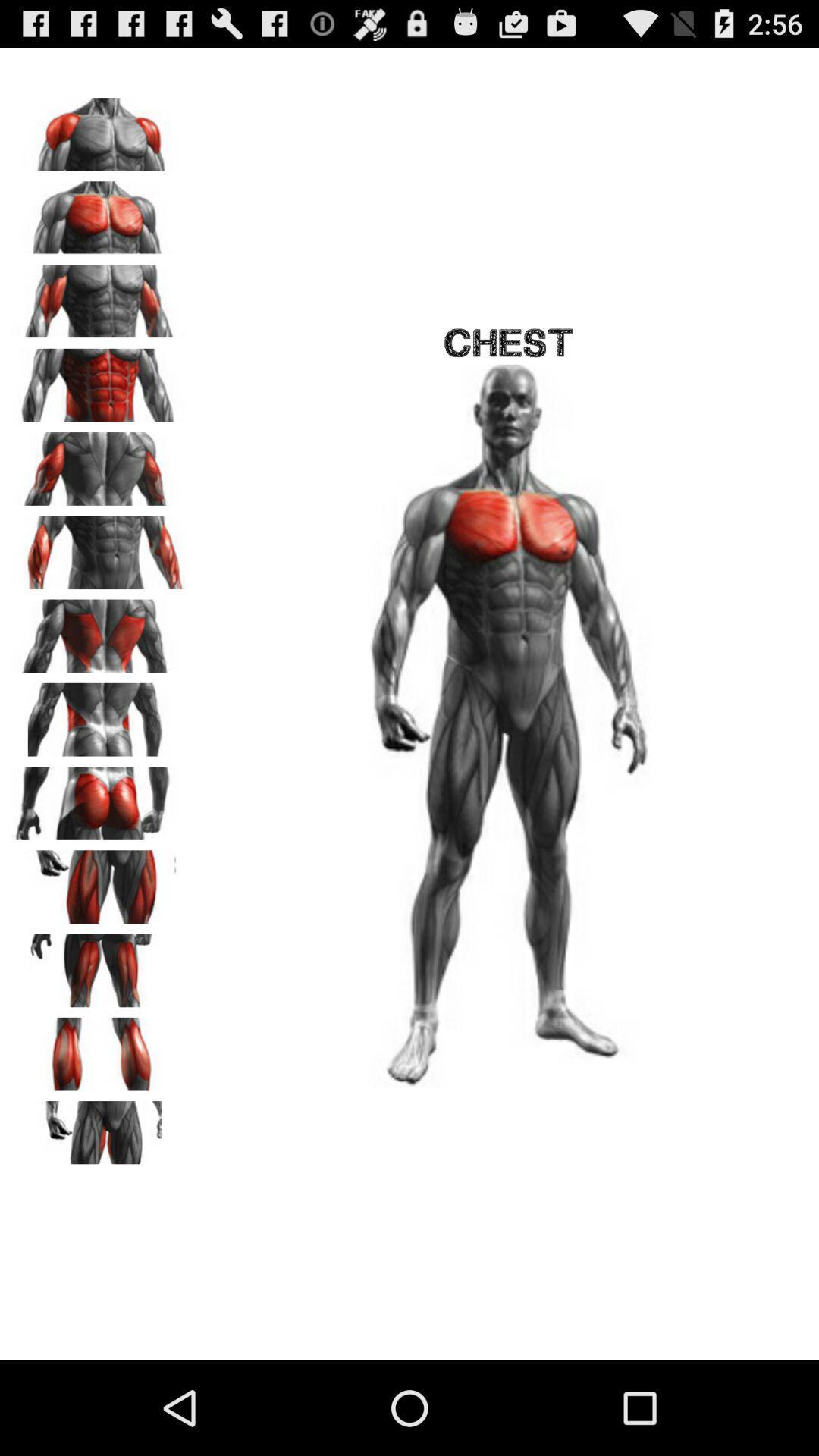 The image size is (819, 1456). What do you see at coordinates (99, 965) in the screenshot?
I see `hamstring muscles option` at bounding box center [99, 965].